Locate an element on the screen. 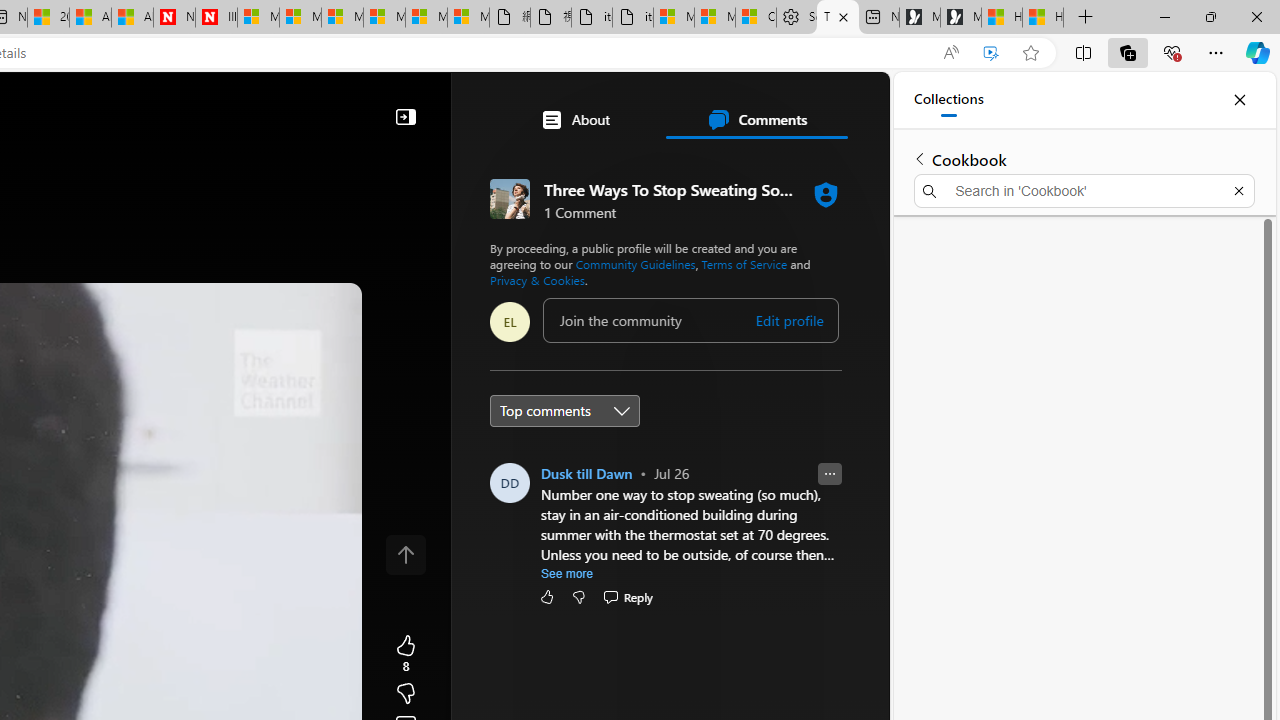 The width and height of the screenshot is (1280, 720). '20 Ways to Boost Your Protein Intake at Every Meal' is located at coordinates (48, 17).